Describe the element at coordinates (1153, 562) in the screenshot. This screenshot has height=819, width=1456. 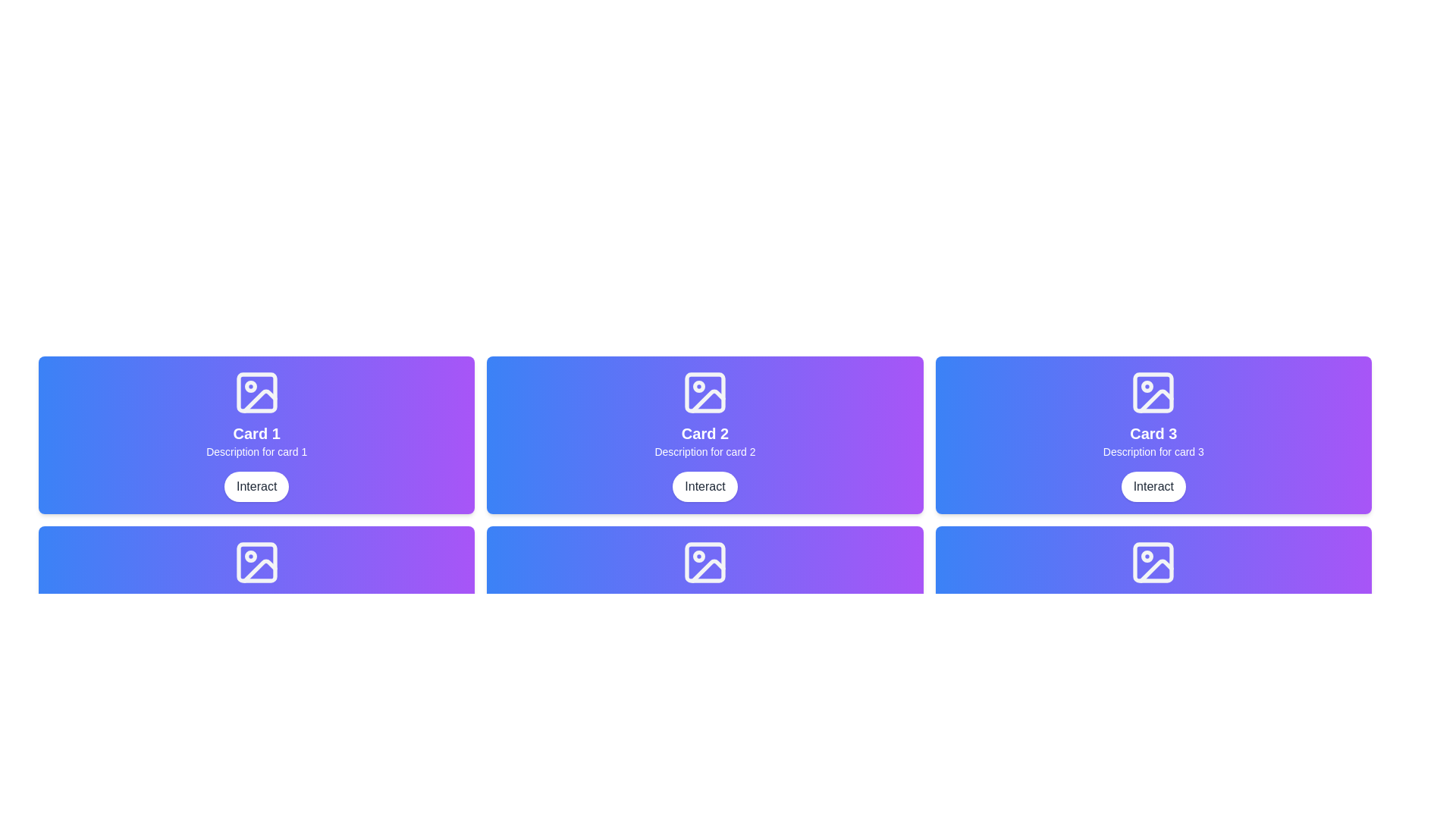
I see `the graphical icon with a border and circular dot located at the top-center of 'Card 6' which is in the bottom row, third from the left` at that location.